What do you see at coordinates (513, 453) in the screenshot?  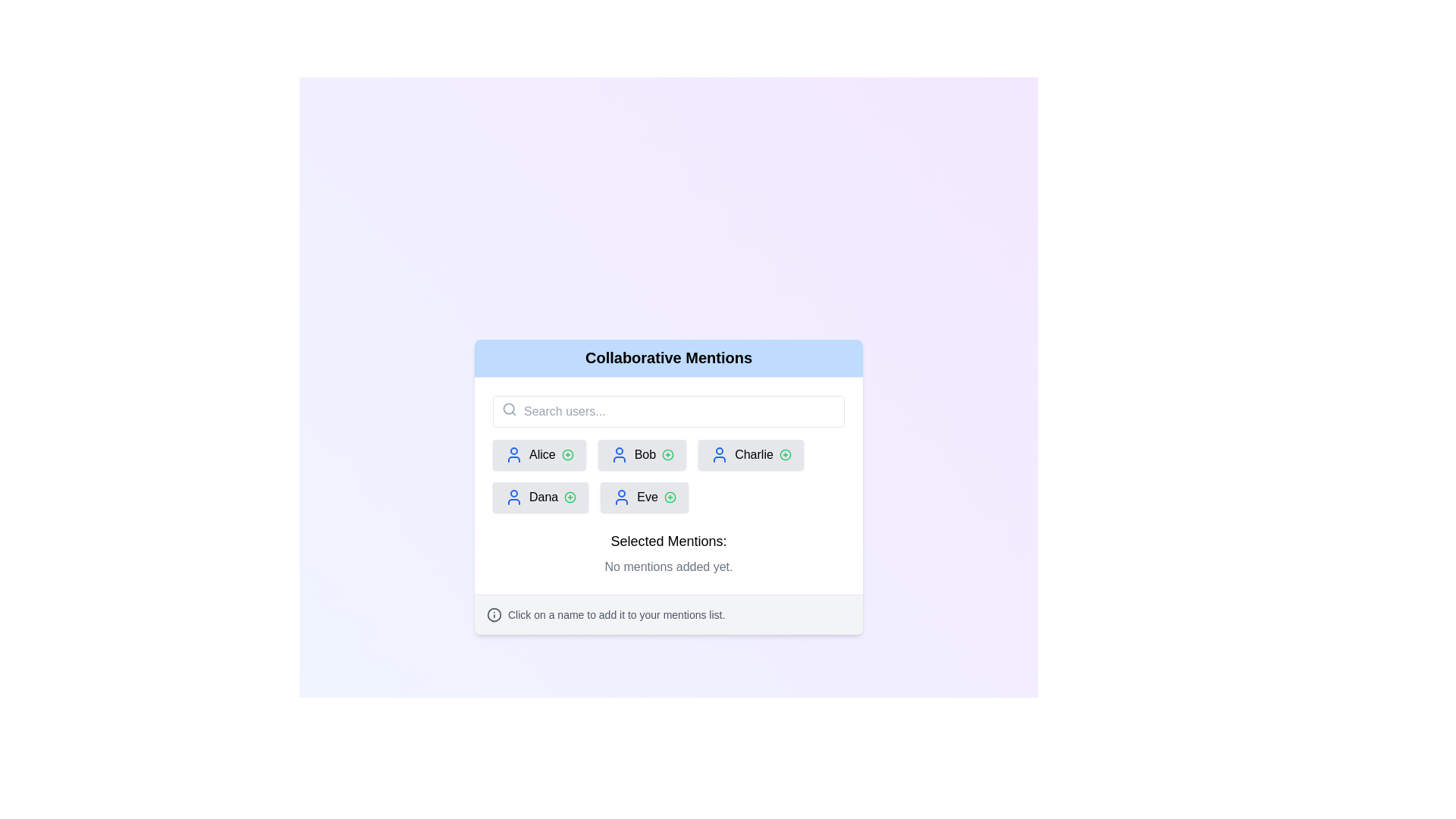 I see `the user profile icon for 'Alice', which is a blue circular head and shoulders icon located to the left of the name 'Alice' in the mentions interface` at bounding box center [513, 453].